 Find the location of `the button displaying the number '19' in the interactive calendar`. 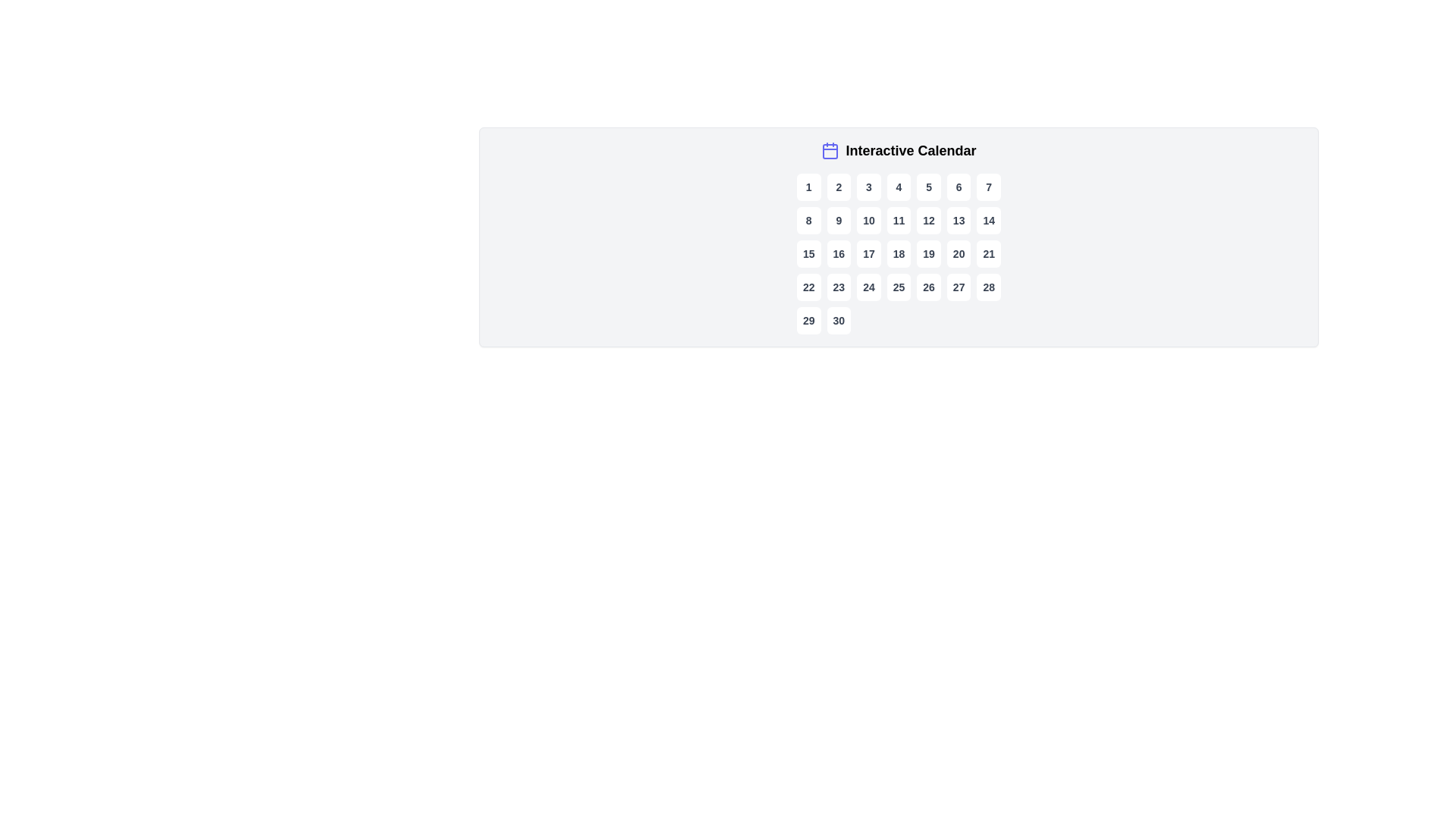

the button displaying the number '19' in the interactive calendar is located at coordinates (928, 253).